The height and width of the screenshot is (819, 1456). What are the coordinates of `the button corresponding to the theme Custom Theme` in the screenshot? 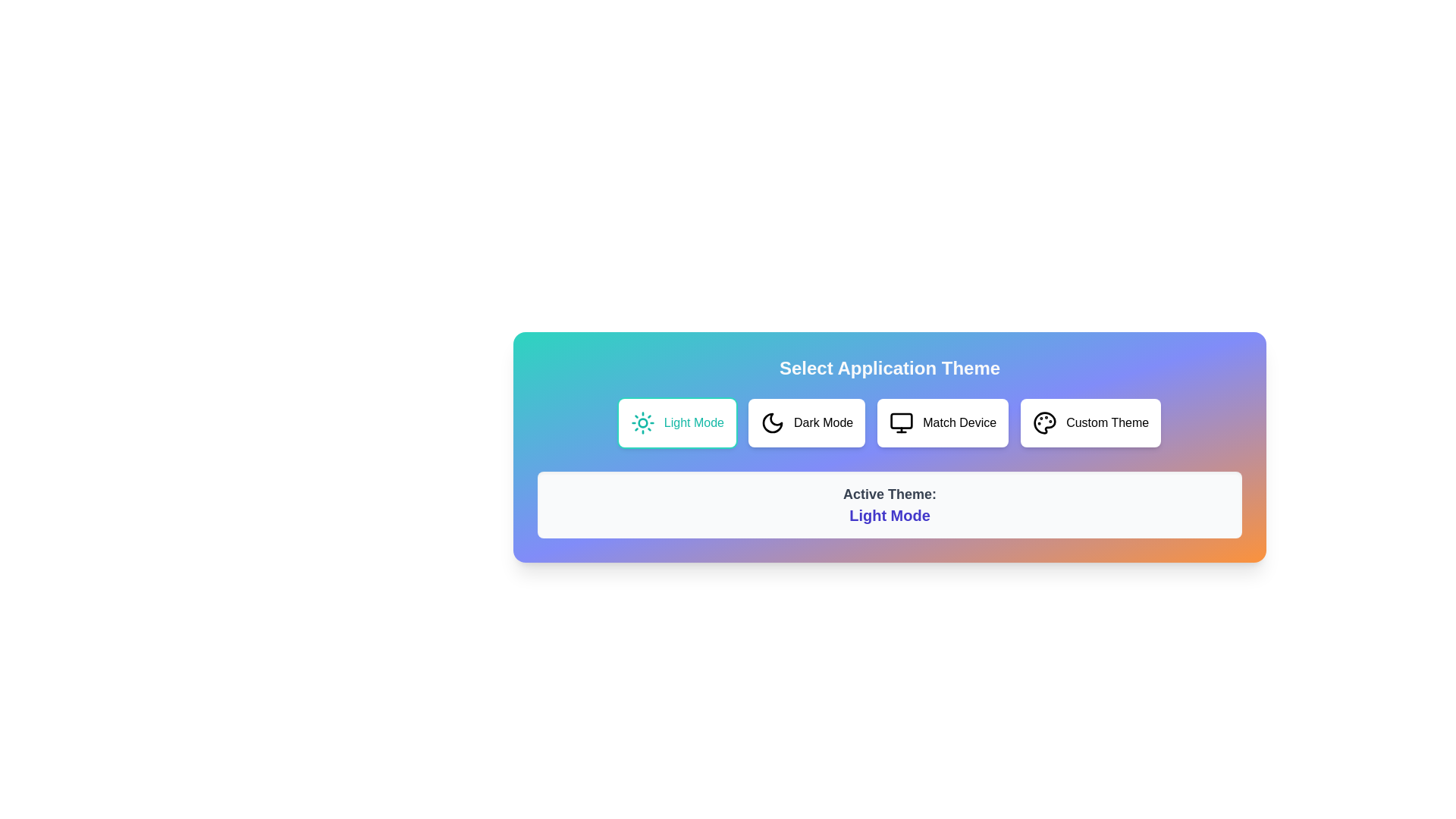 It's located at (1090, 423).